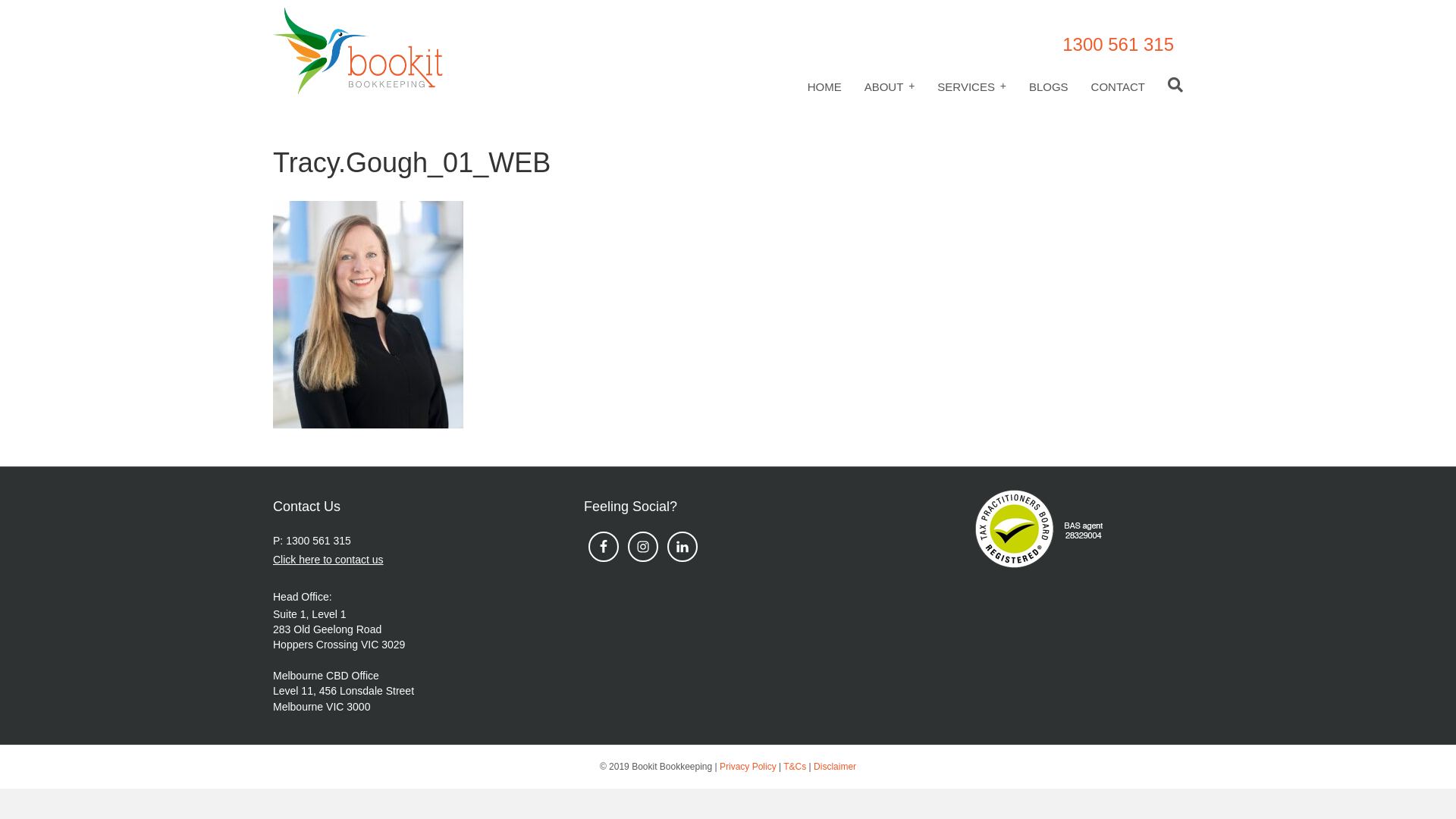  What do you see at coordinates (1062, 43) in the screenshot?
I see `'1300 561 315'` at bounding box center [1062, 43].